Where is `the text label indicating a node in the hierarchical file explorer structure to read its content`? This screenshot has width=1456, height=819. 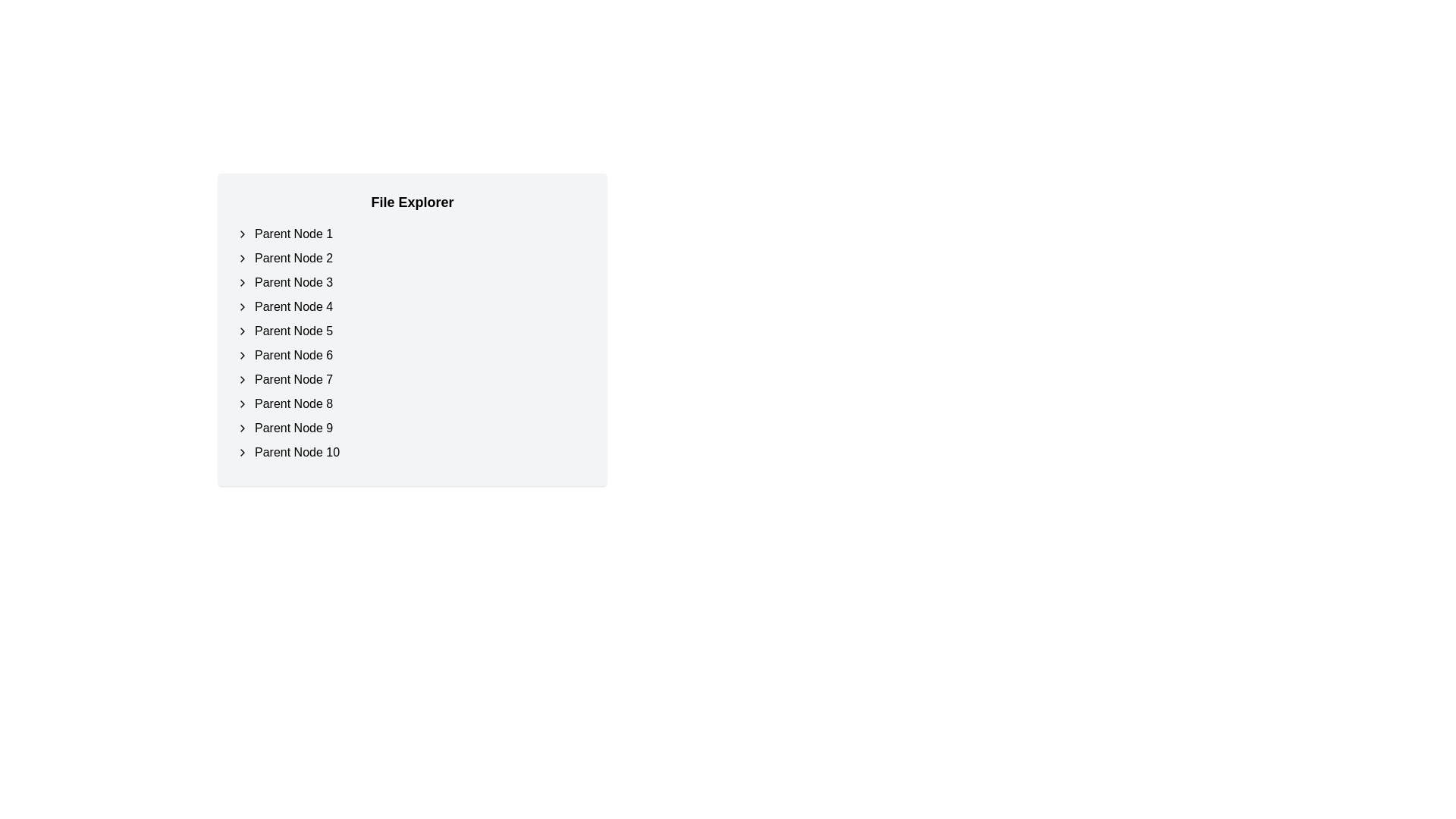 the text label indicating a node in the hierarchical file explorer structure to read its content is located at coordinates (293, 403).